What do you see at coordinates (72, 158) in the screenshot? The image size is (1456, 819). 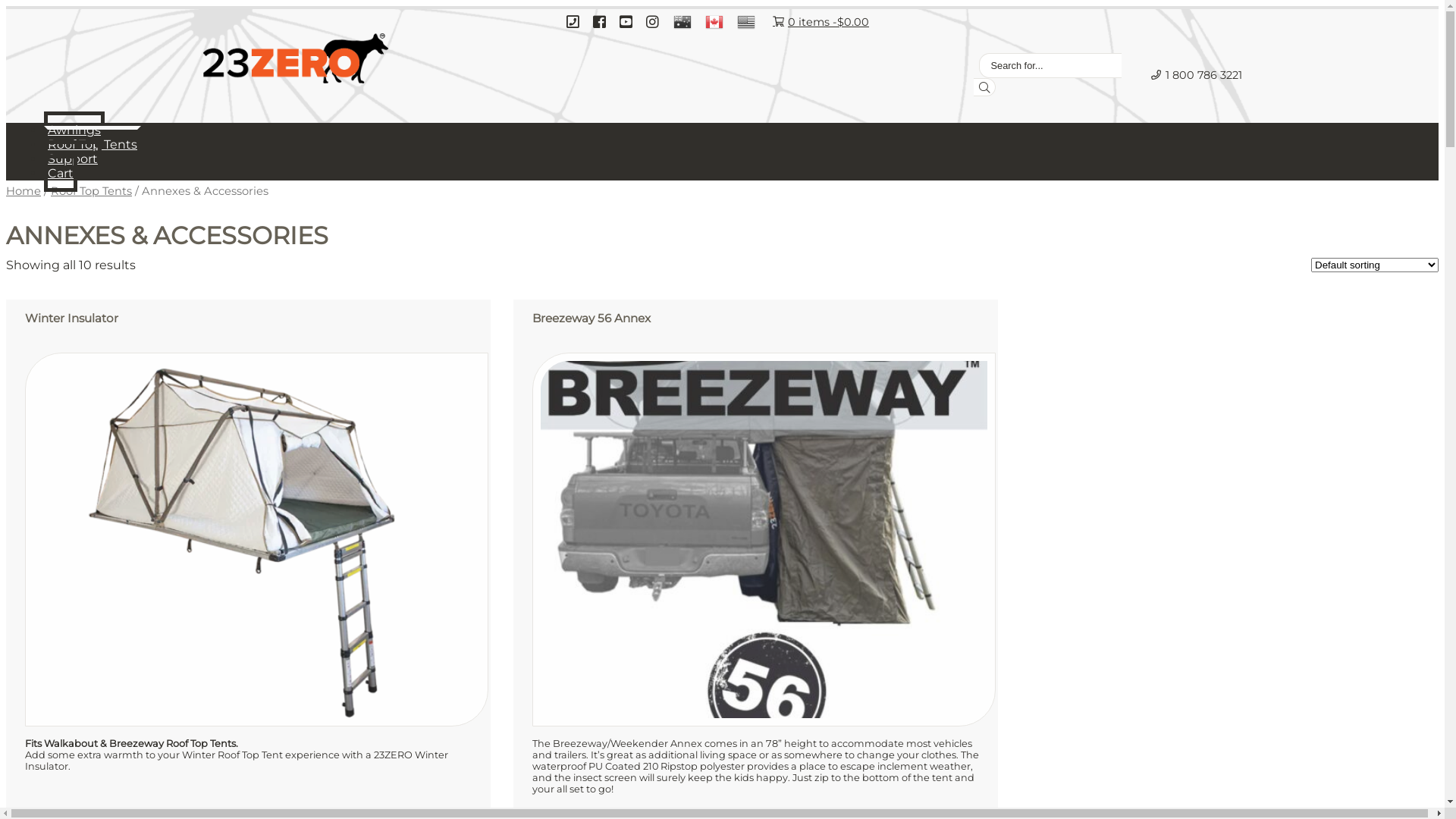 I see `'Support'` at bounding box center [72, 158].